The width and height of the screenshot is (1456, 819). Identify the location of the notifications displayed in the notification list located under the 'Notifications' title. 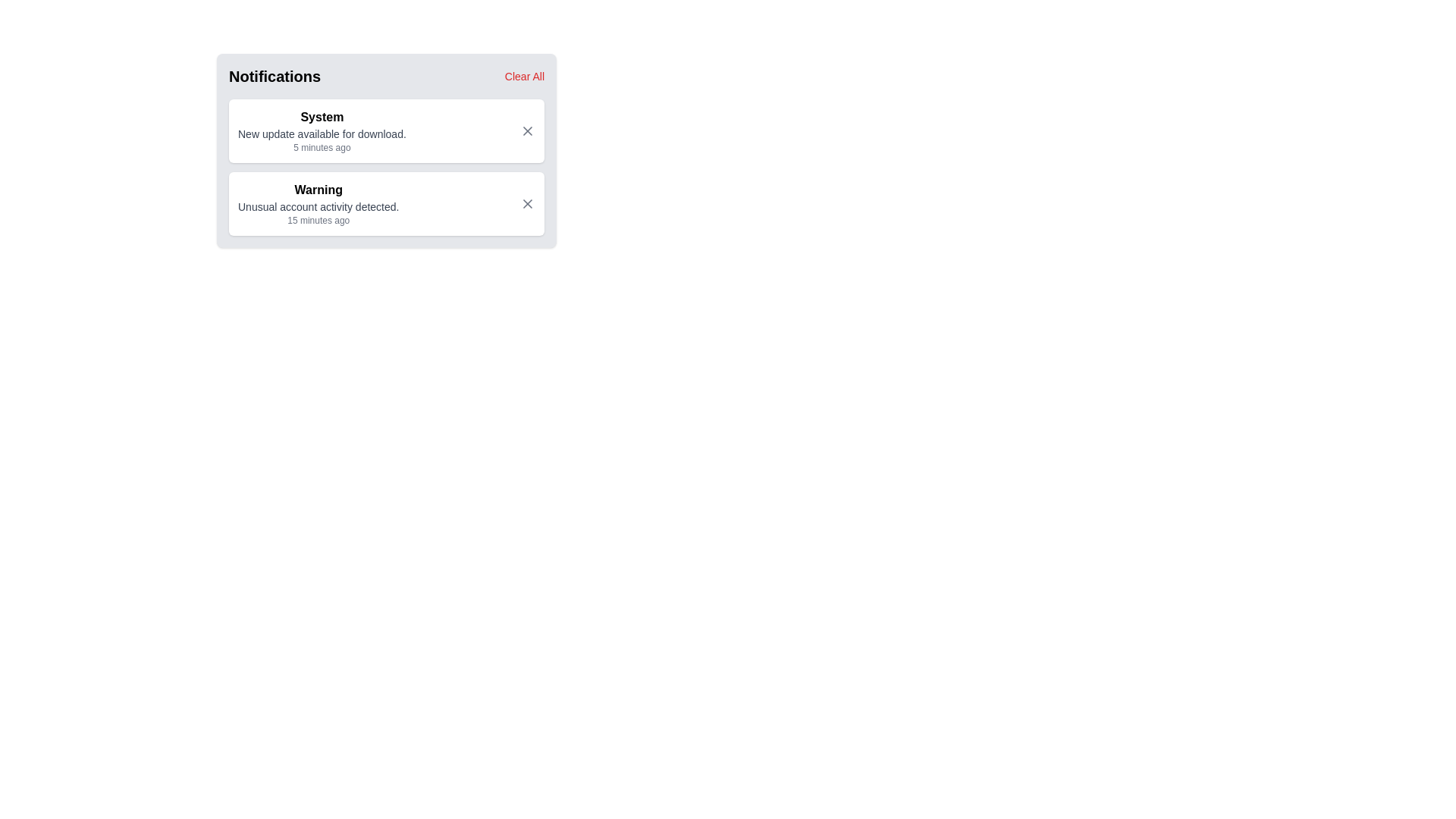
(386, 167).